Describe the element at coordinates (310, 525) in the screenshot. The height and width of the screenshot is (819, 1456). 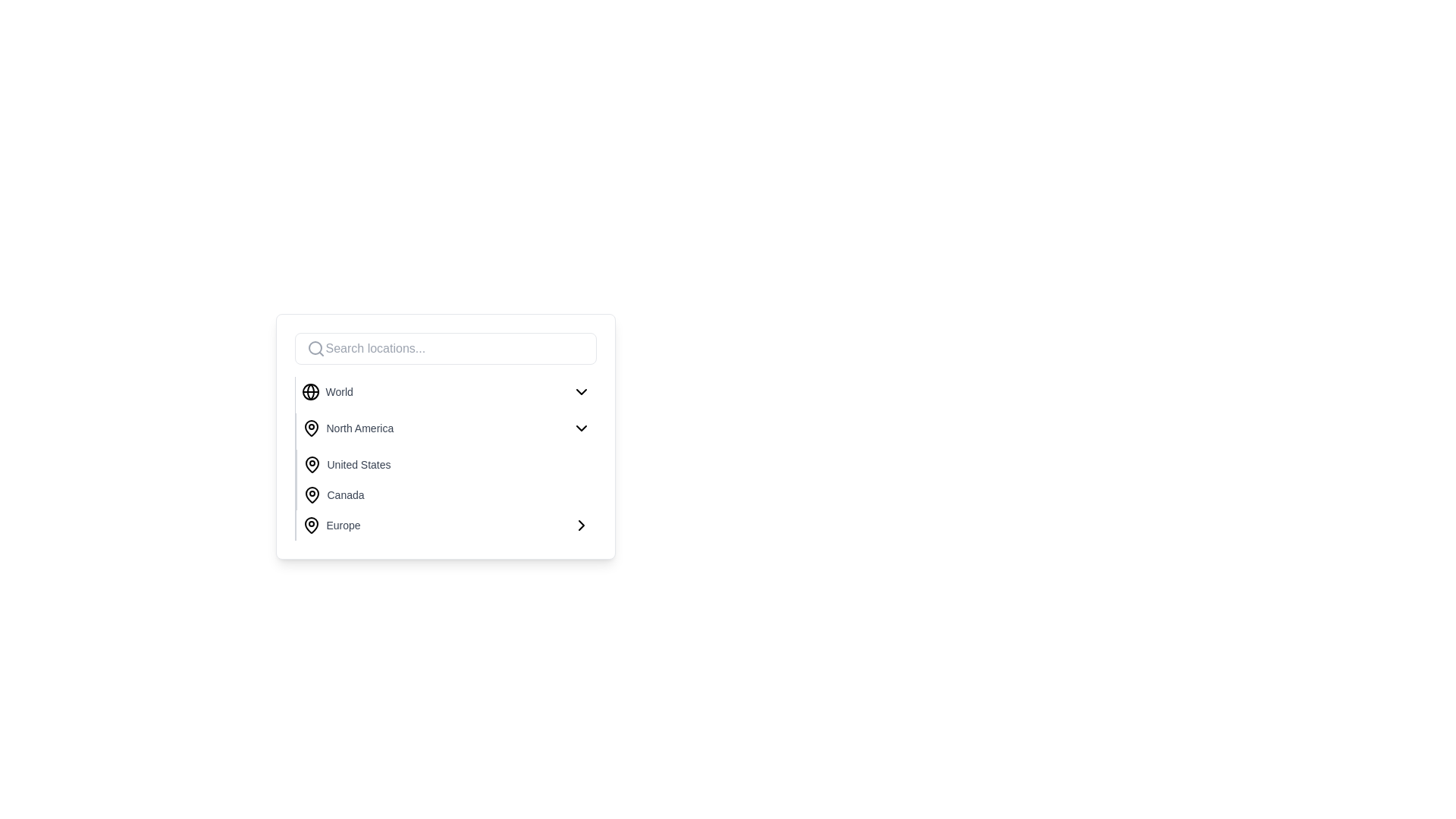
I see `the pin icon resembling a location marker next to the text 'Europe' in the menu list of regions` at that location.